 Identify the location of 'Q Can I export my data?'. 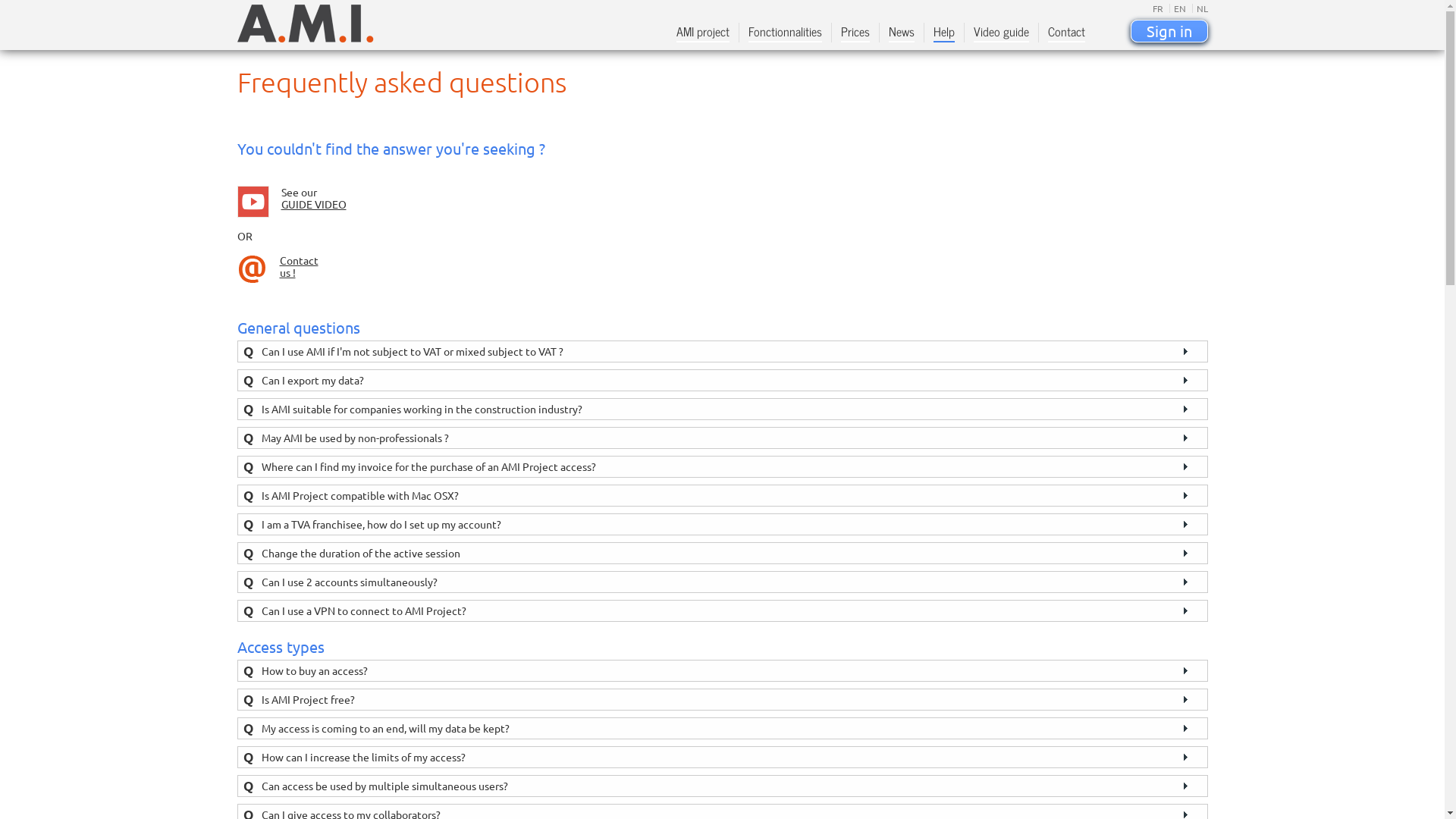
(720, 379).